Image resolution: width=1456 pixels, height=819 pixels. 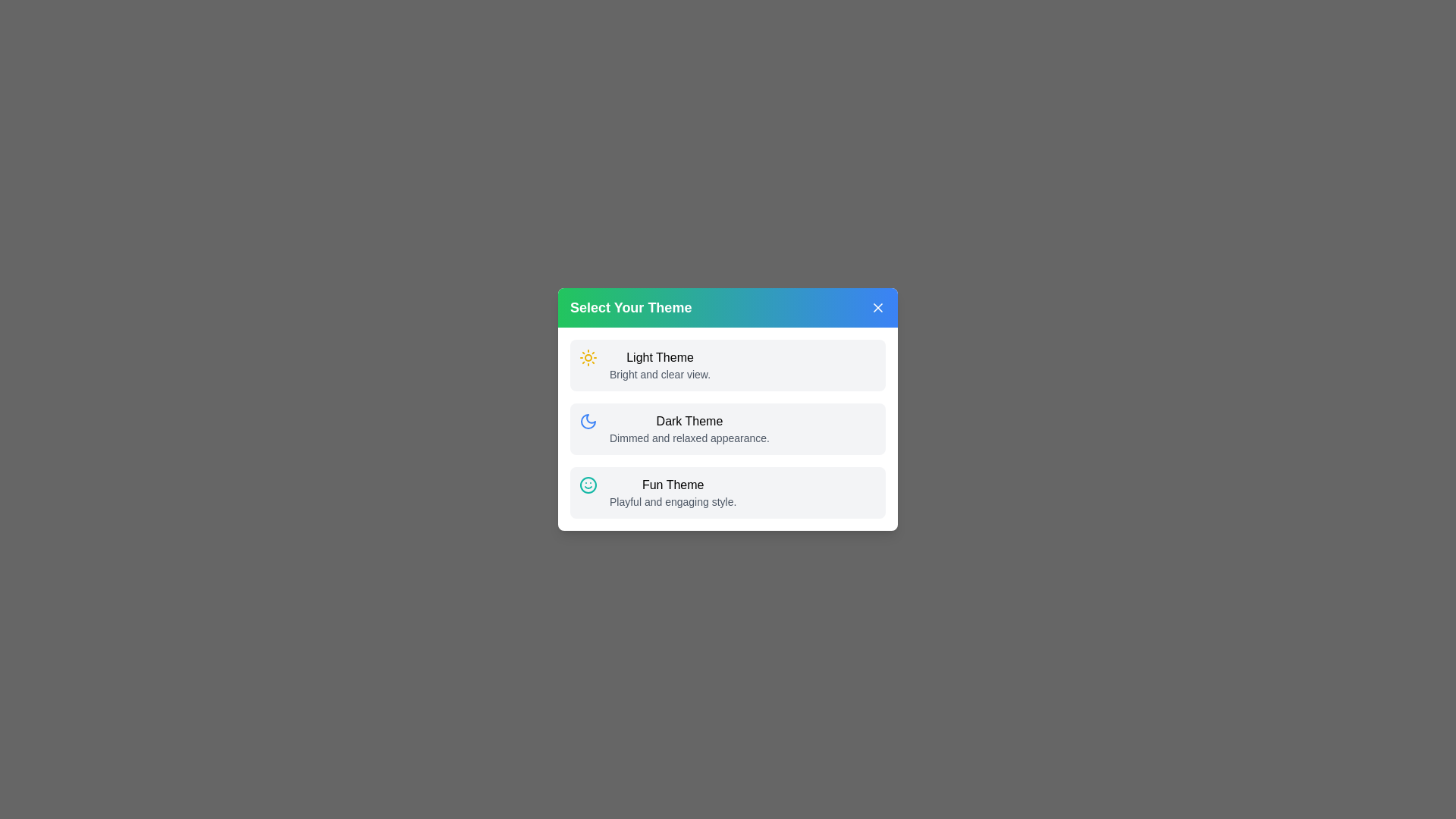 What do you see at coordinates (877, 307) in the screenshot?
I see `the close button to close the dialog` at bounding box center [877, 307].